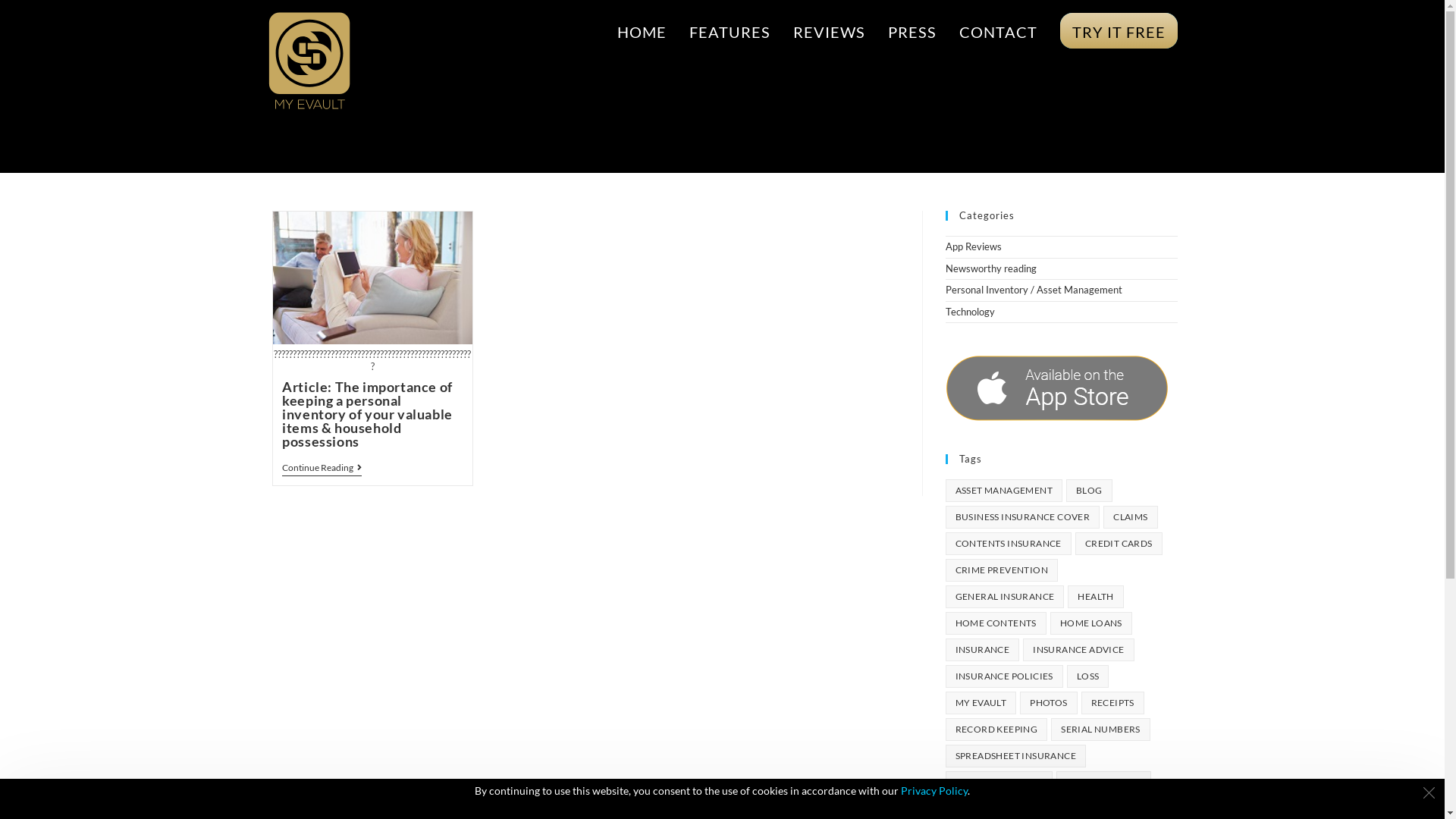  Describe the element at coordinates (944, 755) in the screenshot. I see `'SPREADSHEET INSURANCE'` at that location.